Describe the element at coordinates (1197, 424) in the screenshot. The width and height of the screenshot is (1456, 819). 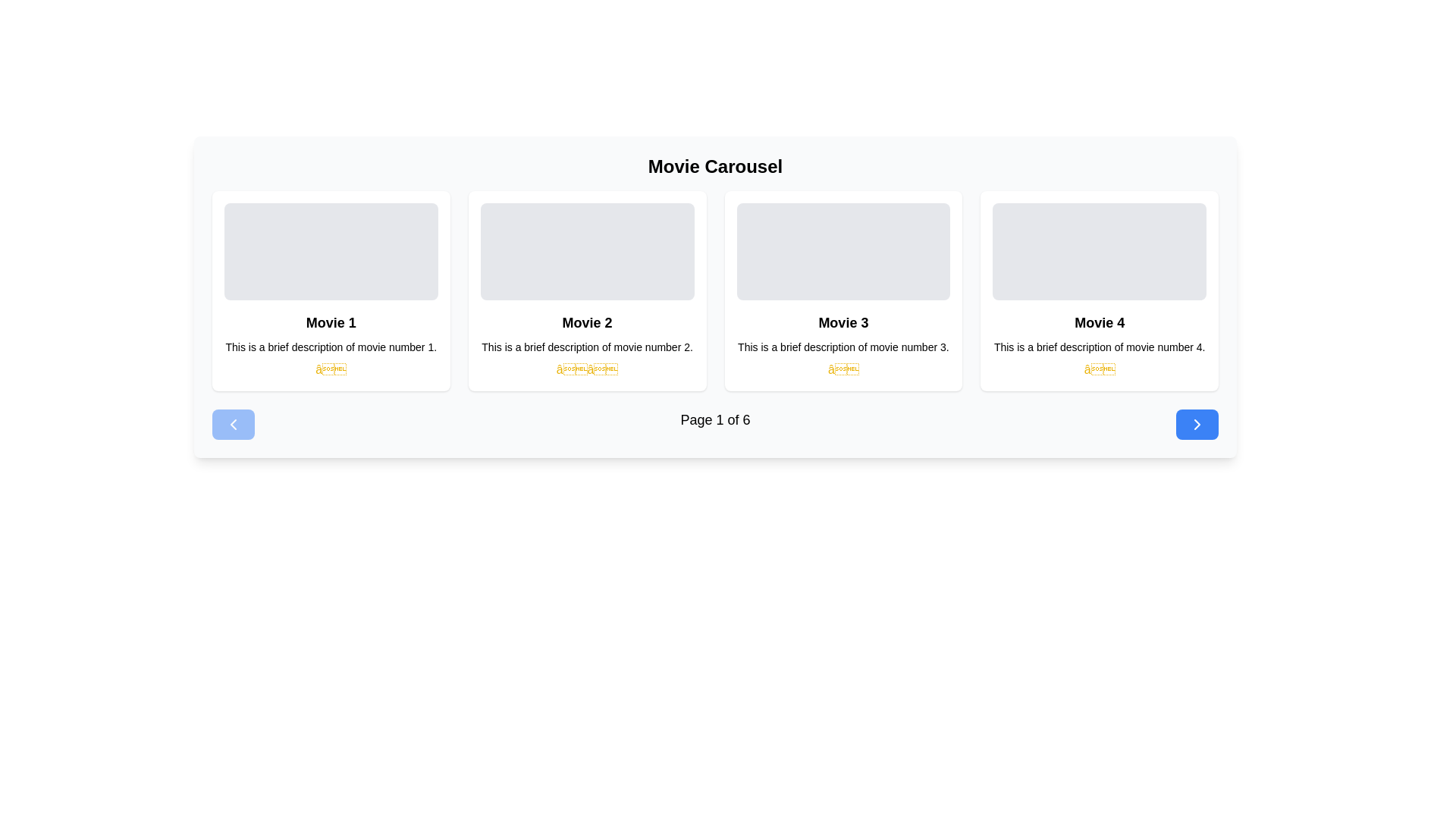
I see `the right-facing arrow button with a blue background located in the bottom-right corner of the movie carousel interface` at that location.